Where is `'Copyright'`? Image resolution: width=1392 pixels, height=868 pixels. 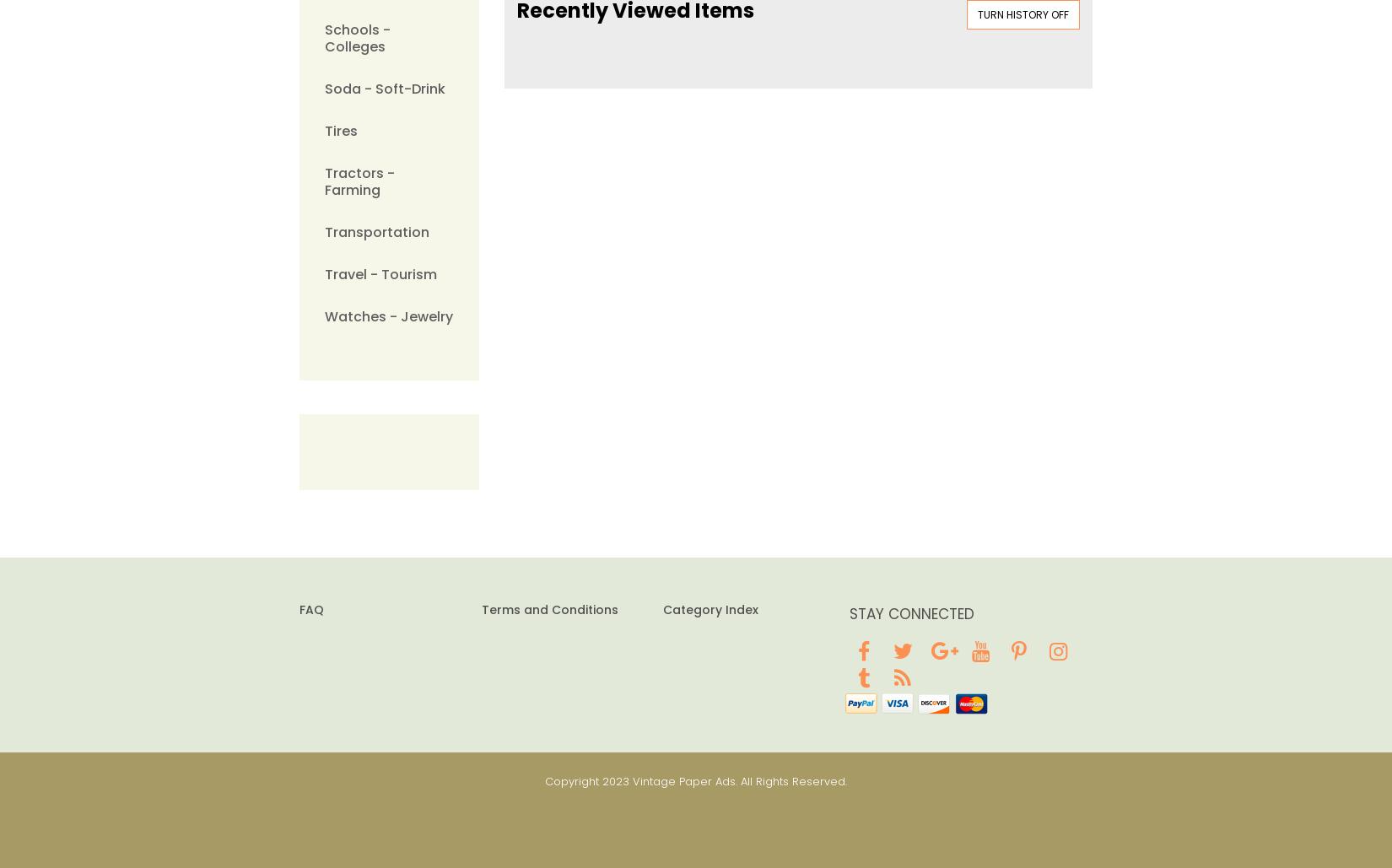 'Copyright' is located at coordinates (543, 780).